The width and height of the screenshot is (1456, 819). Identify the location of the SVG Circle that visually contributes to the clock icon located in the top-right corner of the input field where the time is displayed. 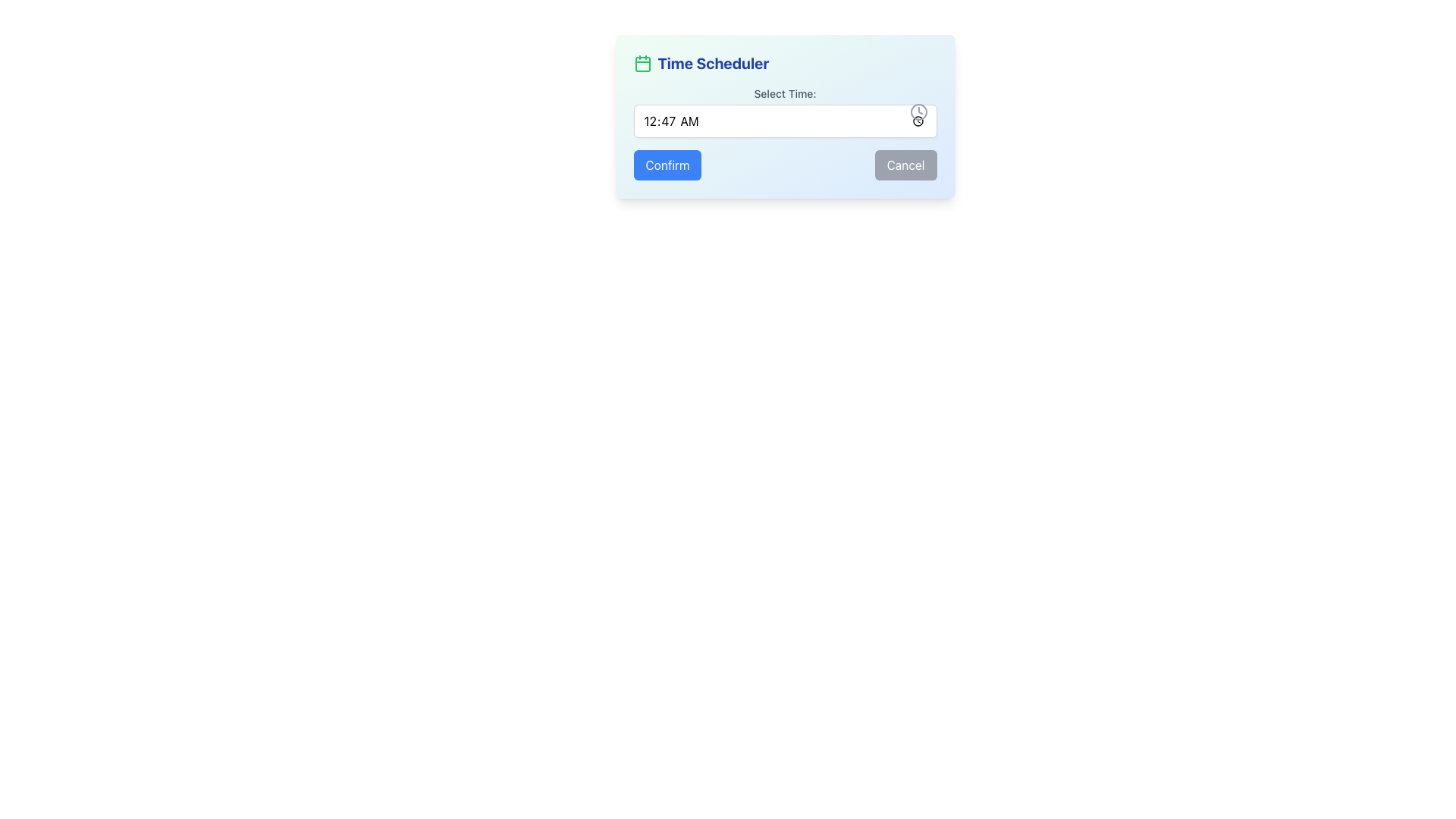
(918, 111).